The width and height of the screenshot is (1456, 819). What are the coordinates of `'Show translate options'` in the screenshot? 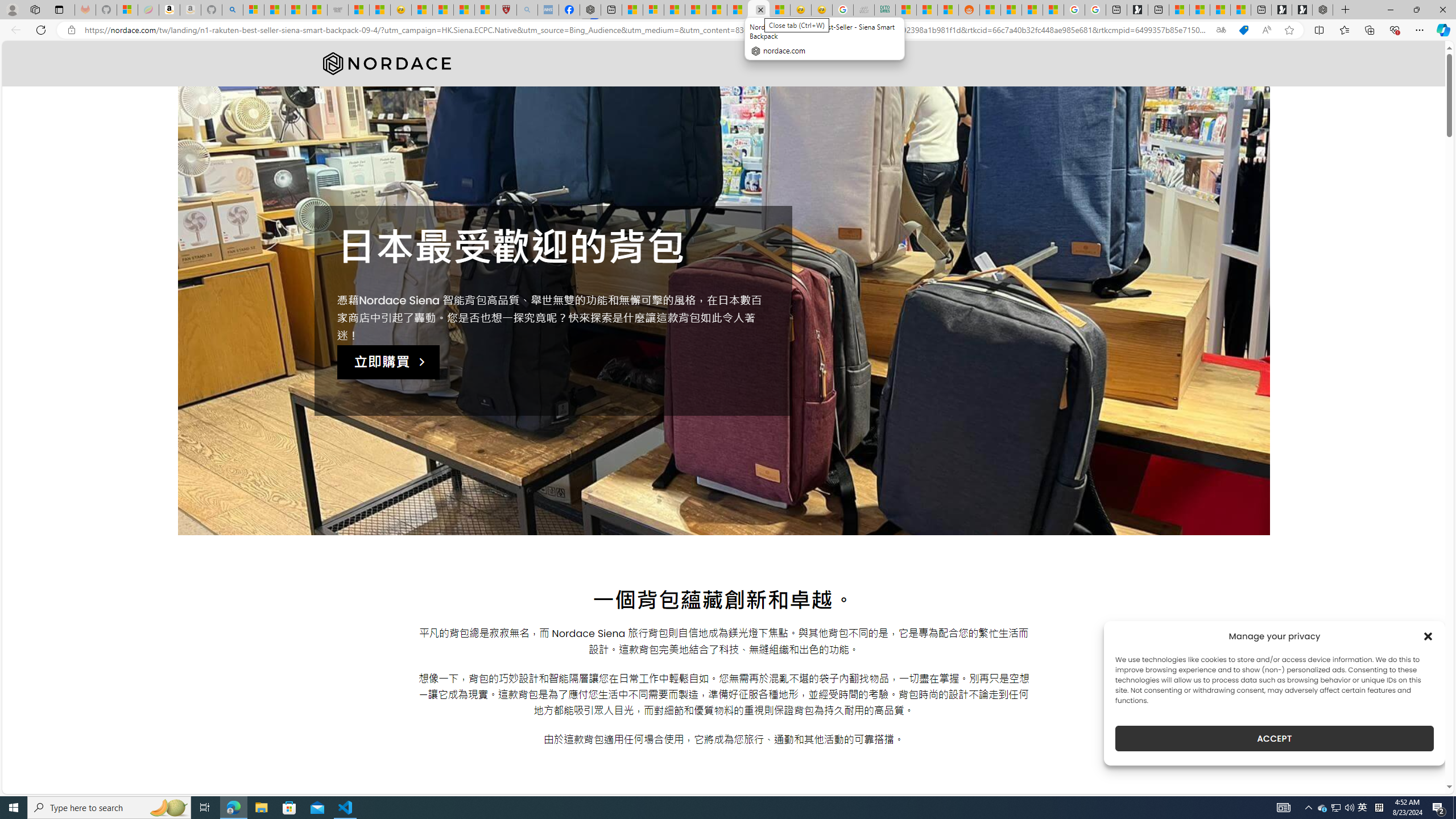 It's located at (1220, 30).